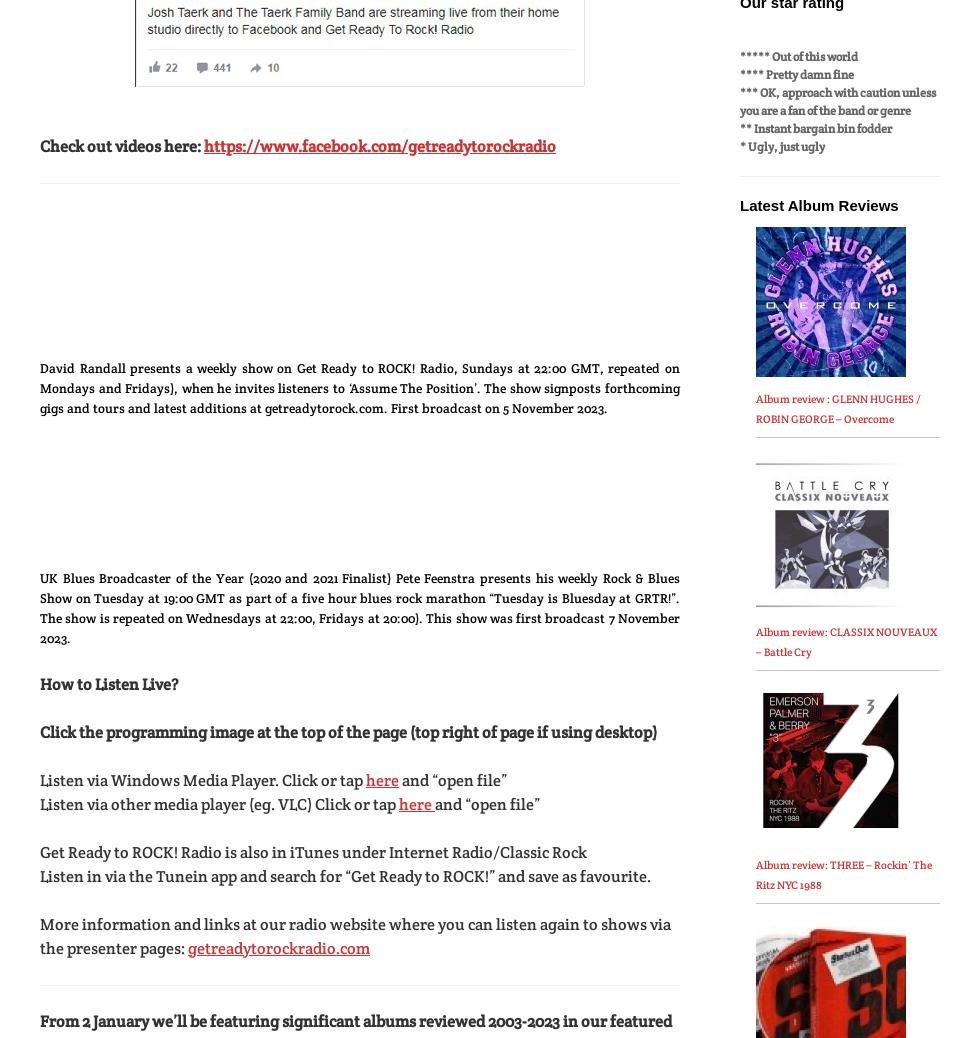  I want to click on 'More information and links at our radio website where you can listen again to shows via the presenter pages:', so click(355, 935).